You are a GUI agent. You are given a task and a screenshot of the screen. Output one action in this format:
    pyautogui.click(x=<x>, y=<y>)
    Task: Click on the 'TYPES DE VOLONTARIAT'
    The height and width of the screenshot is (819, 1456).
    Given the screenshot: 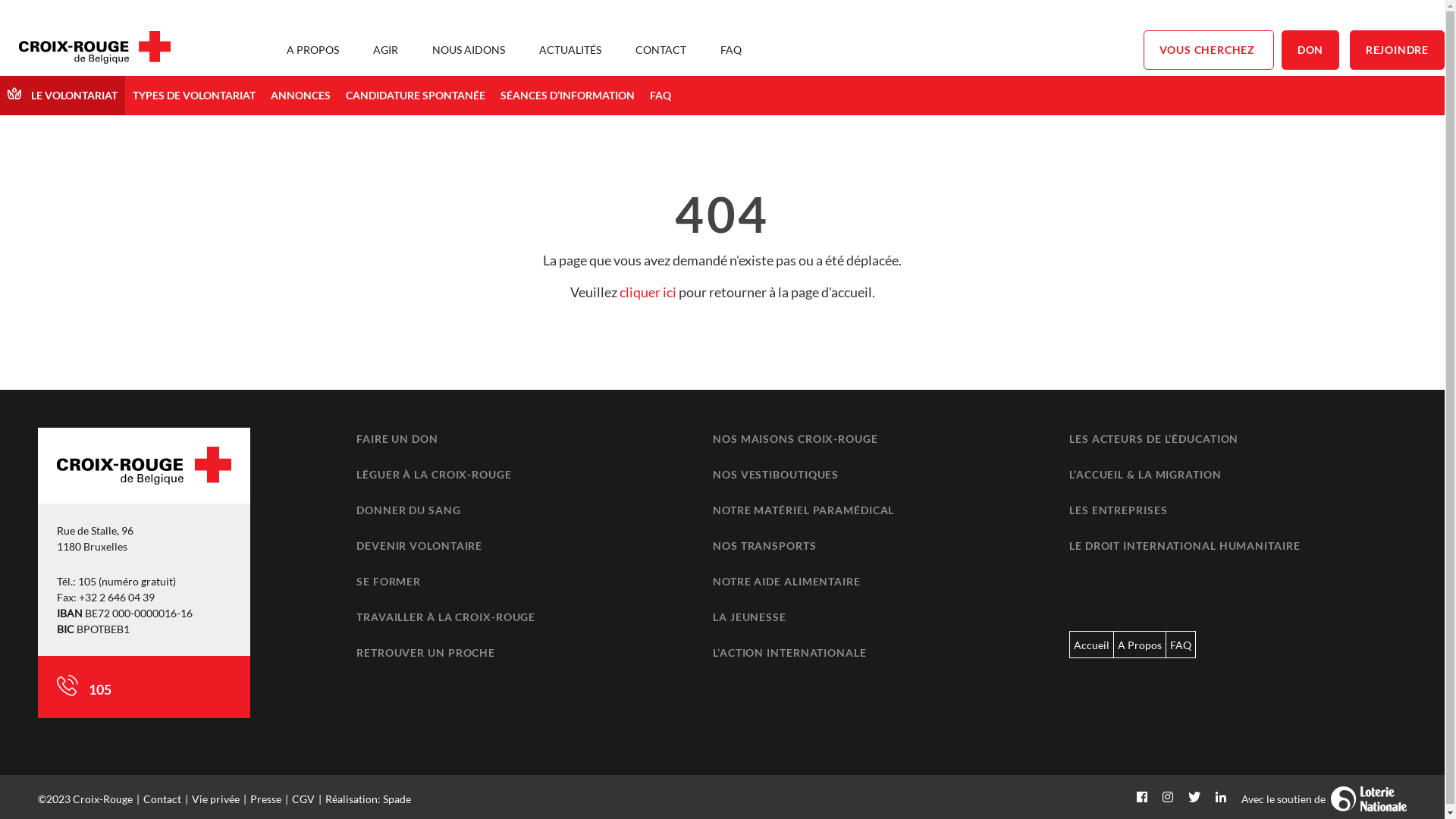 What is the action you would take?
    pyautogui.click(x=193, y=96)
    